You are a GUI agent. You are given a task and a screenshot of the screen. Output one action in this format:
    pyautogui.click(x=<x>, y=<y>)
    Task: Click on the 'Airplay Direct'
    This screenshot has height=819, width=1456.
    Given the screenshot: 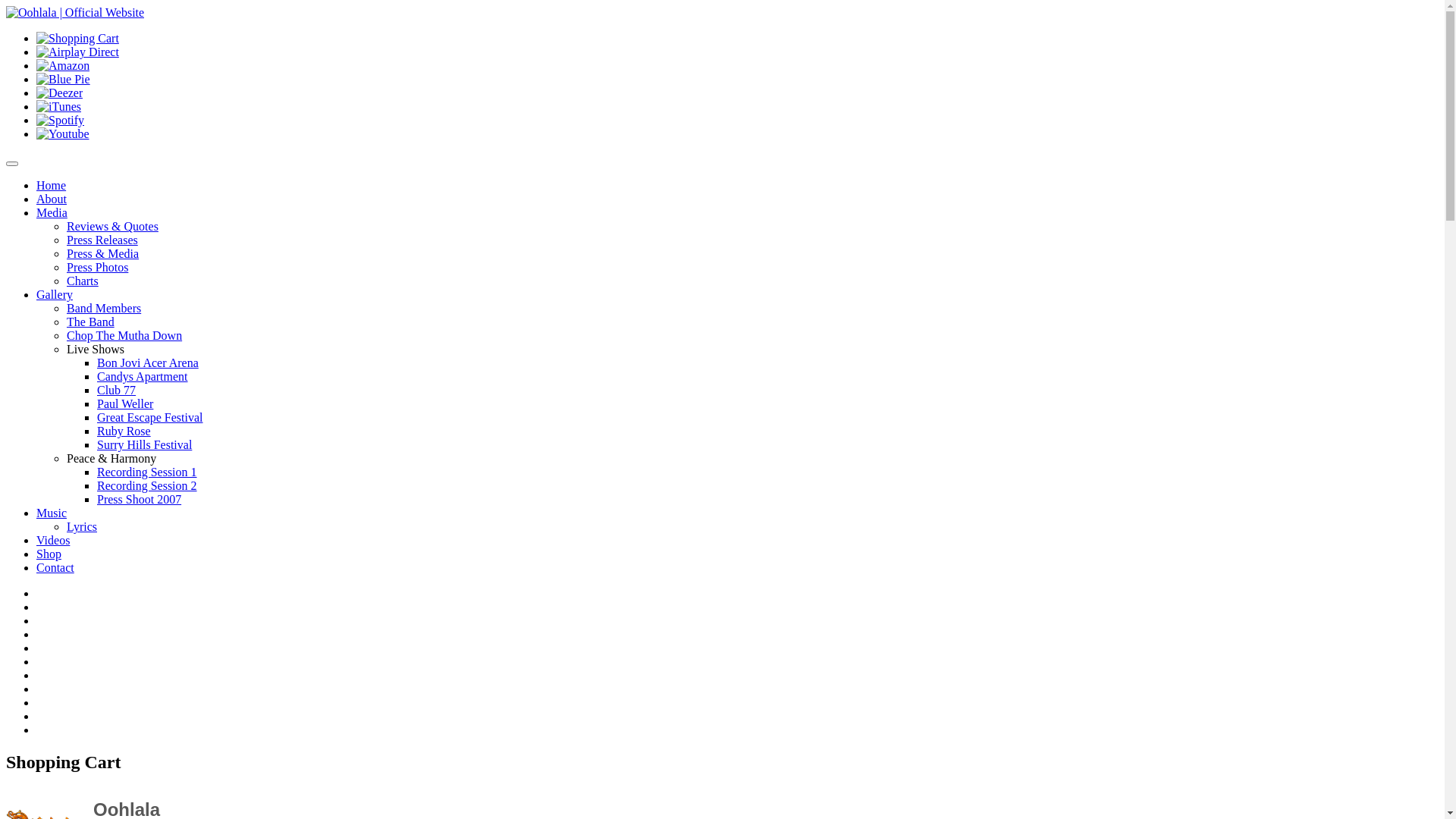 What is the action you would take?
    pyautogui.click(x=77, y=52)
    